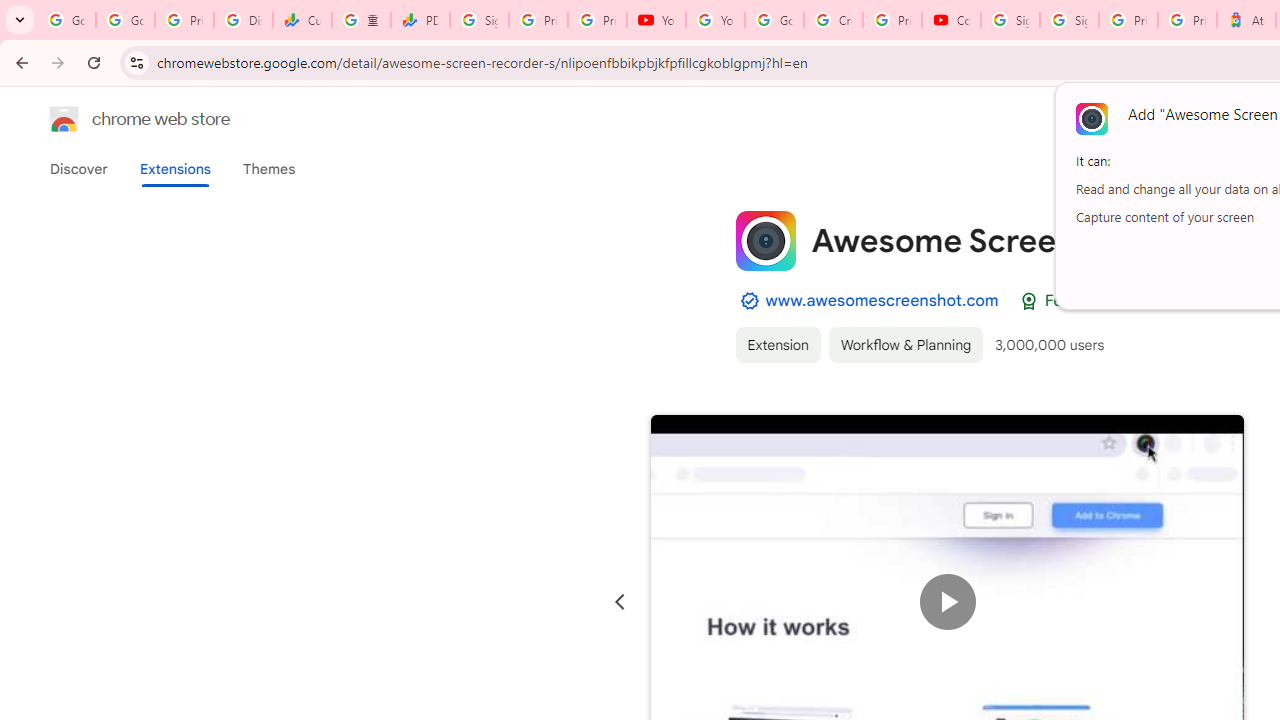  Describe the element at coordinates (64, 119) in the screenshot. I see `'Chrome Web Store logo'` at that location.